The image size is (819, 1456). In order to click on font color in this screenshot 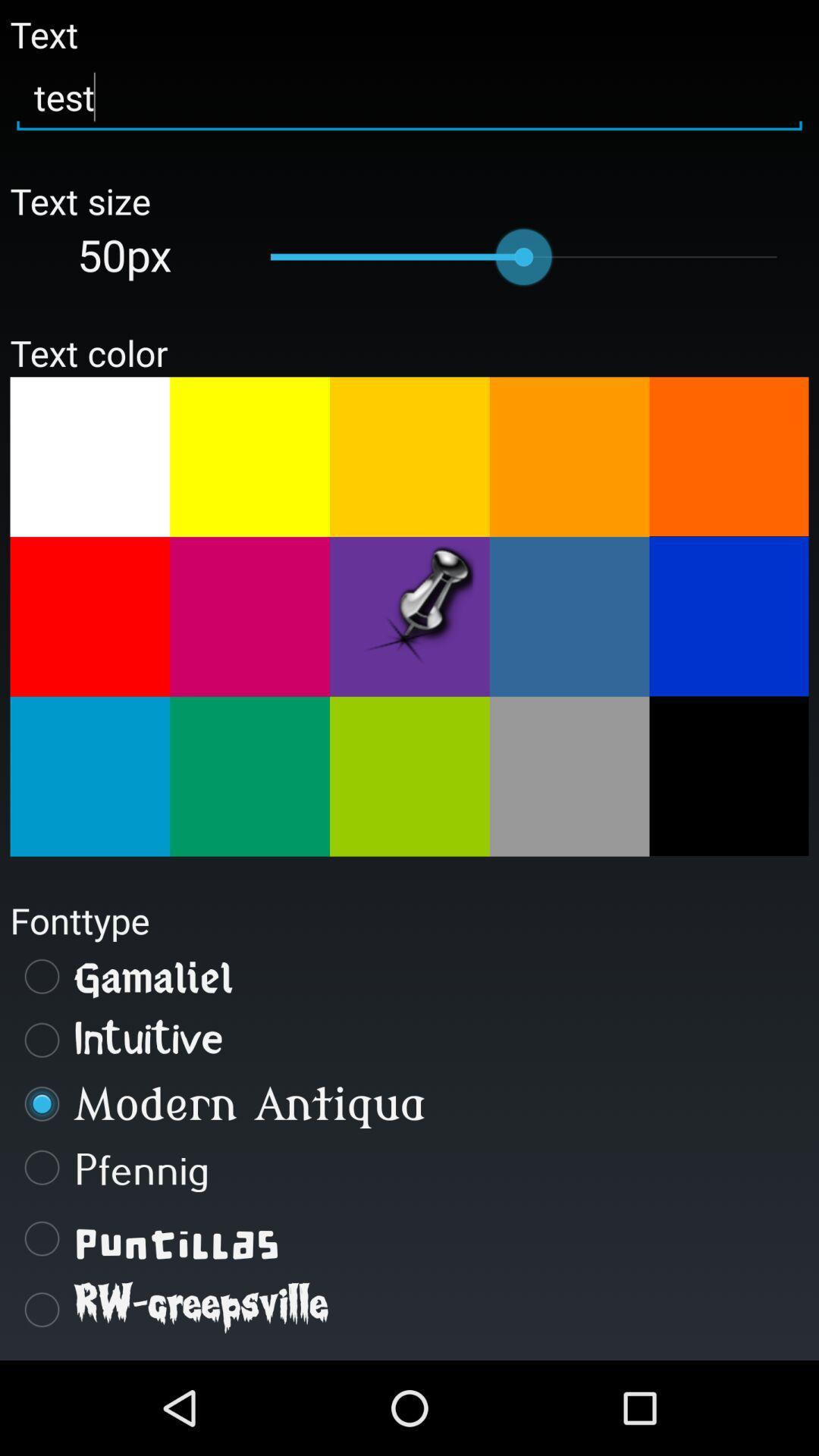, I will do `click(570, 777)`.